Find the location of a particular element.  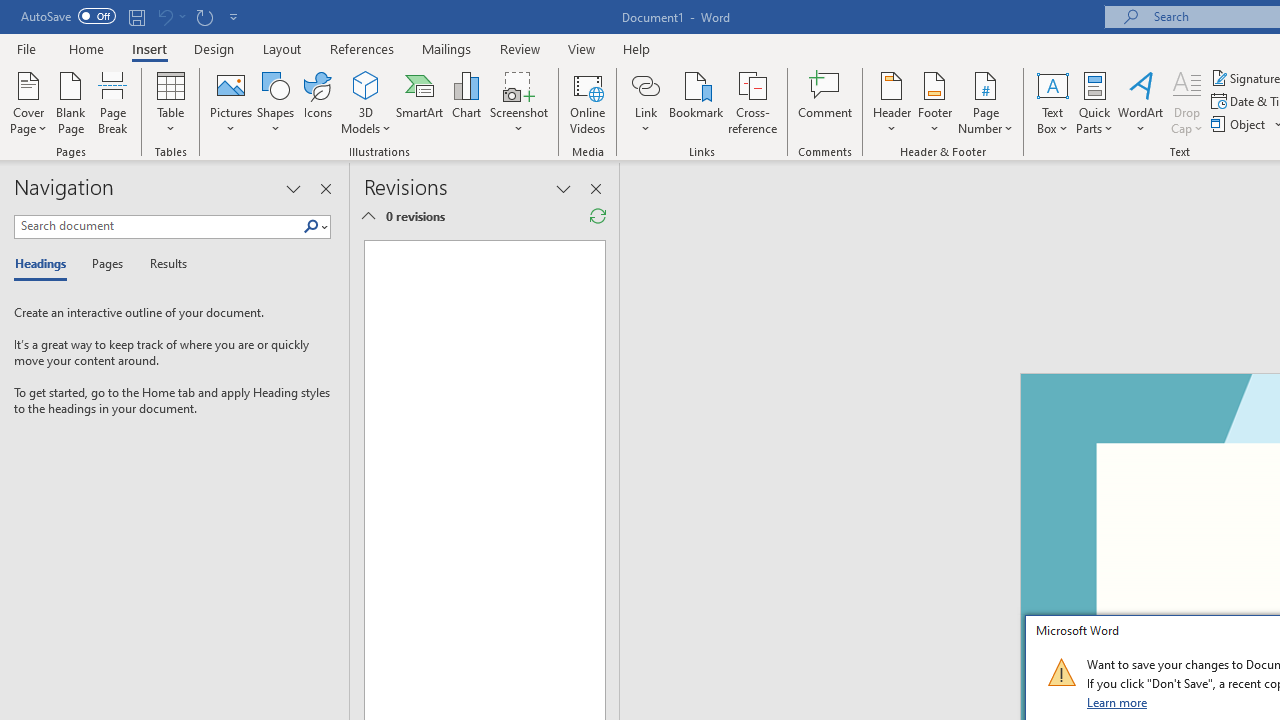

'Can' is located at coordinates (164, 16).